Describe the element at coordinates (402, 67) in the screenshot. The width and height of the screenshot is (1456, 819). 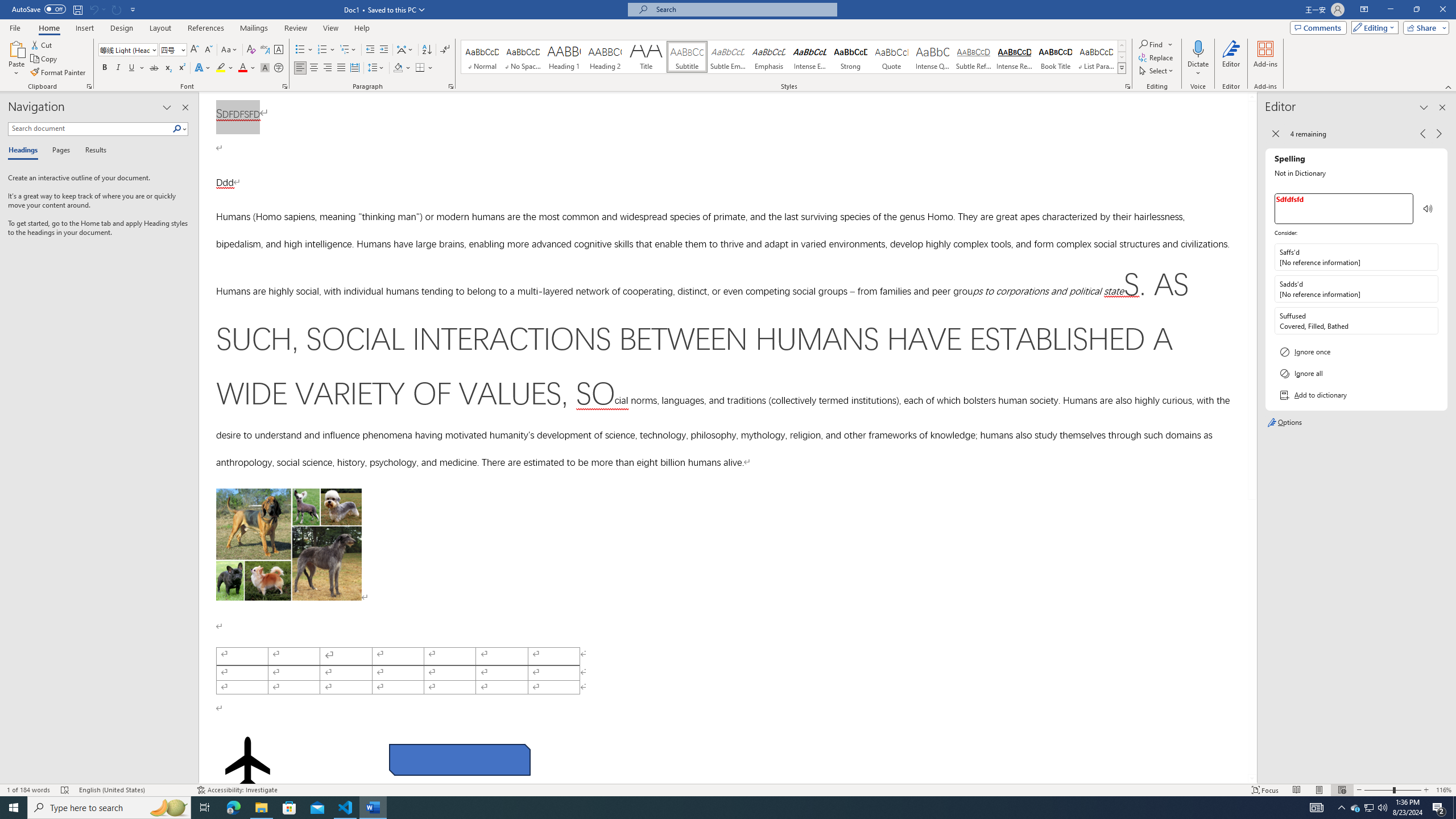
I see `'Shading'` at that location.